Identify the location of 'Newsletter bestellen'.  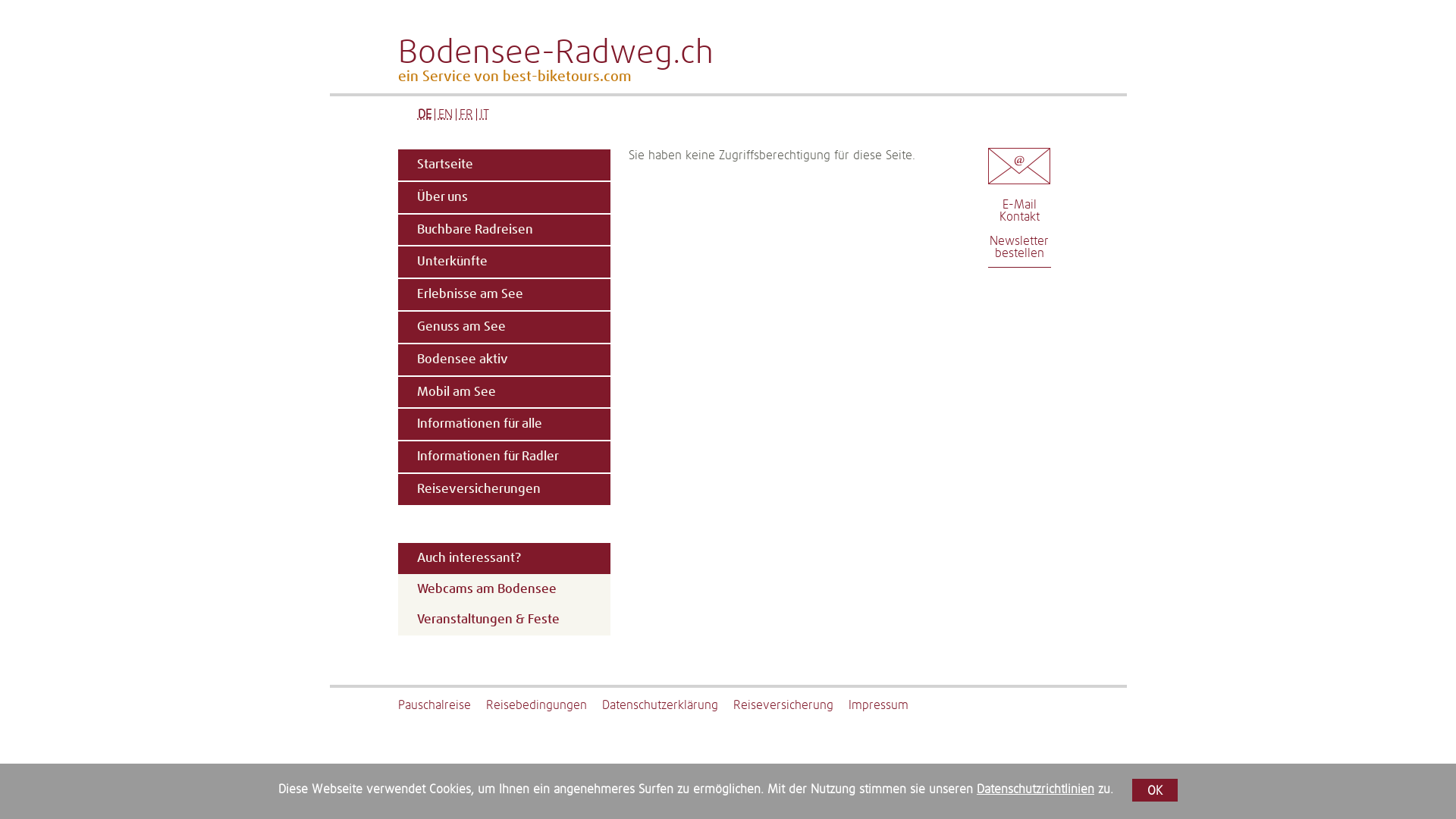
(1019, 246).